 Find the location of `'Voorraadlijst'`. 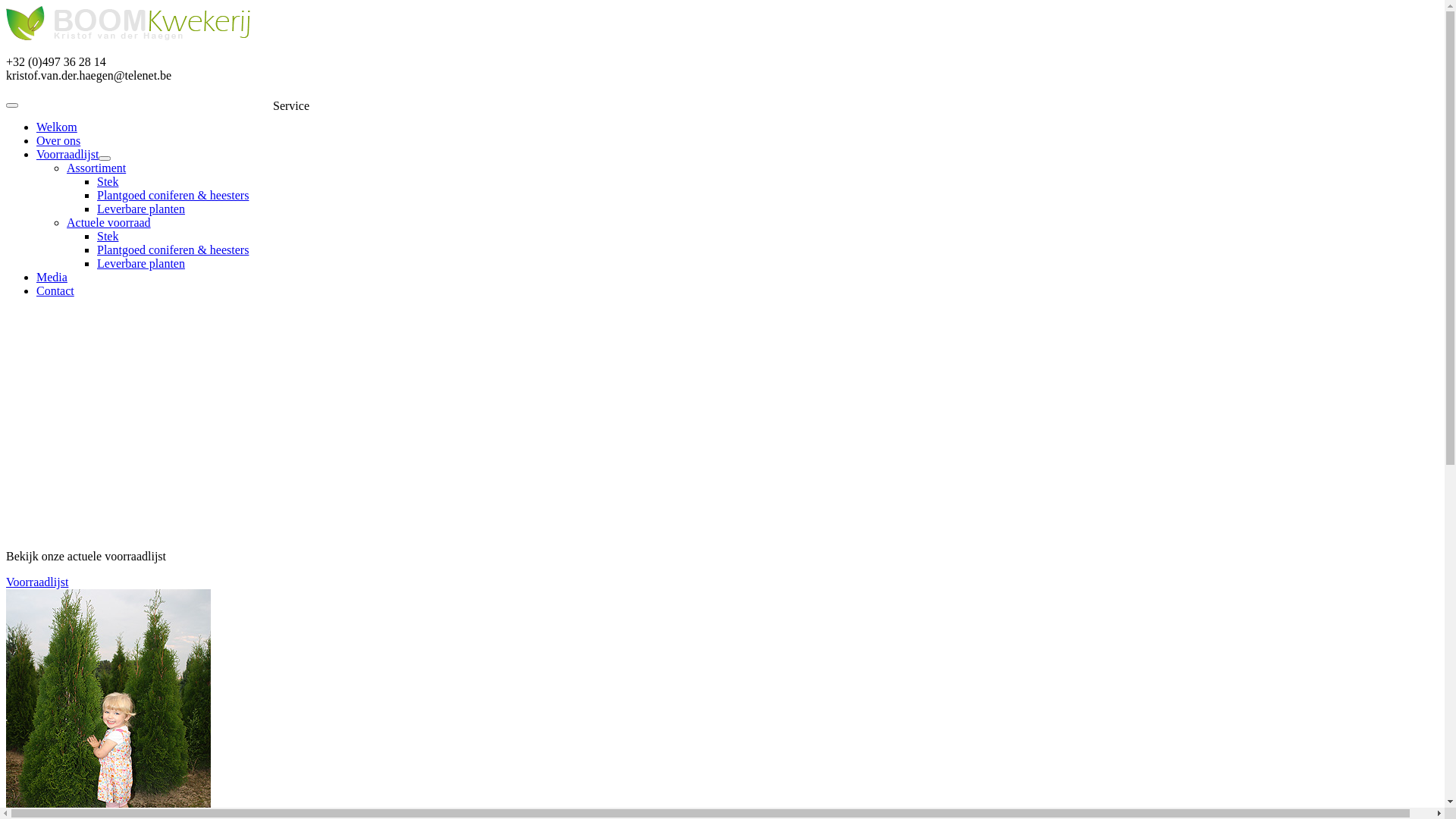

'Voorraadlijst' is located at coordinates (721, 581).